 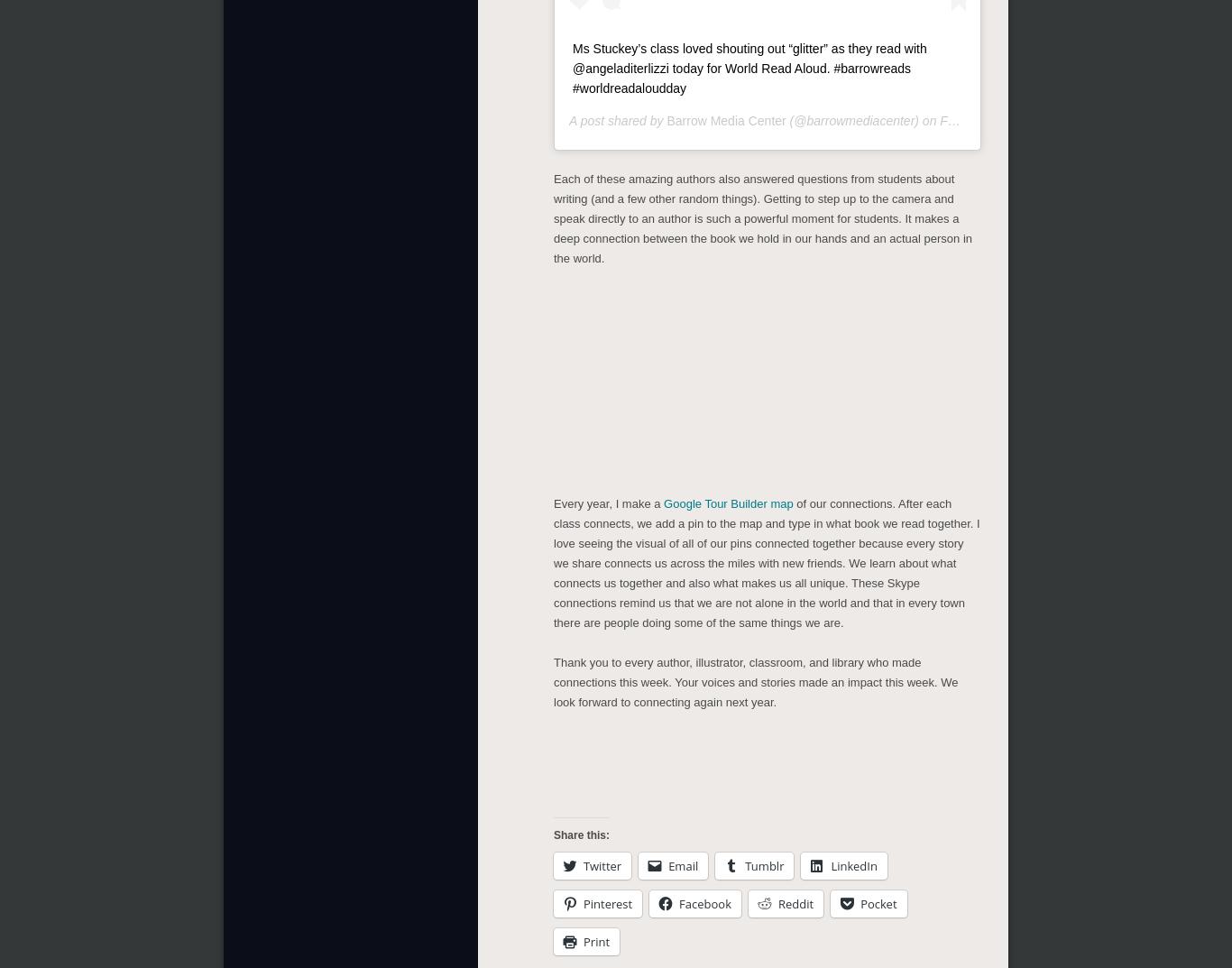 What do you see at coordinates (553, 832) in the screenshot?
I see `'Share this:'` at bounding box center [553, 832].